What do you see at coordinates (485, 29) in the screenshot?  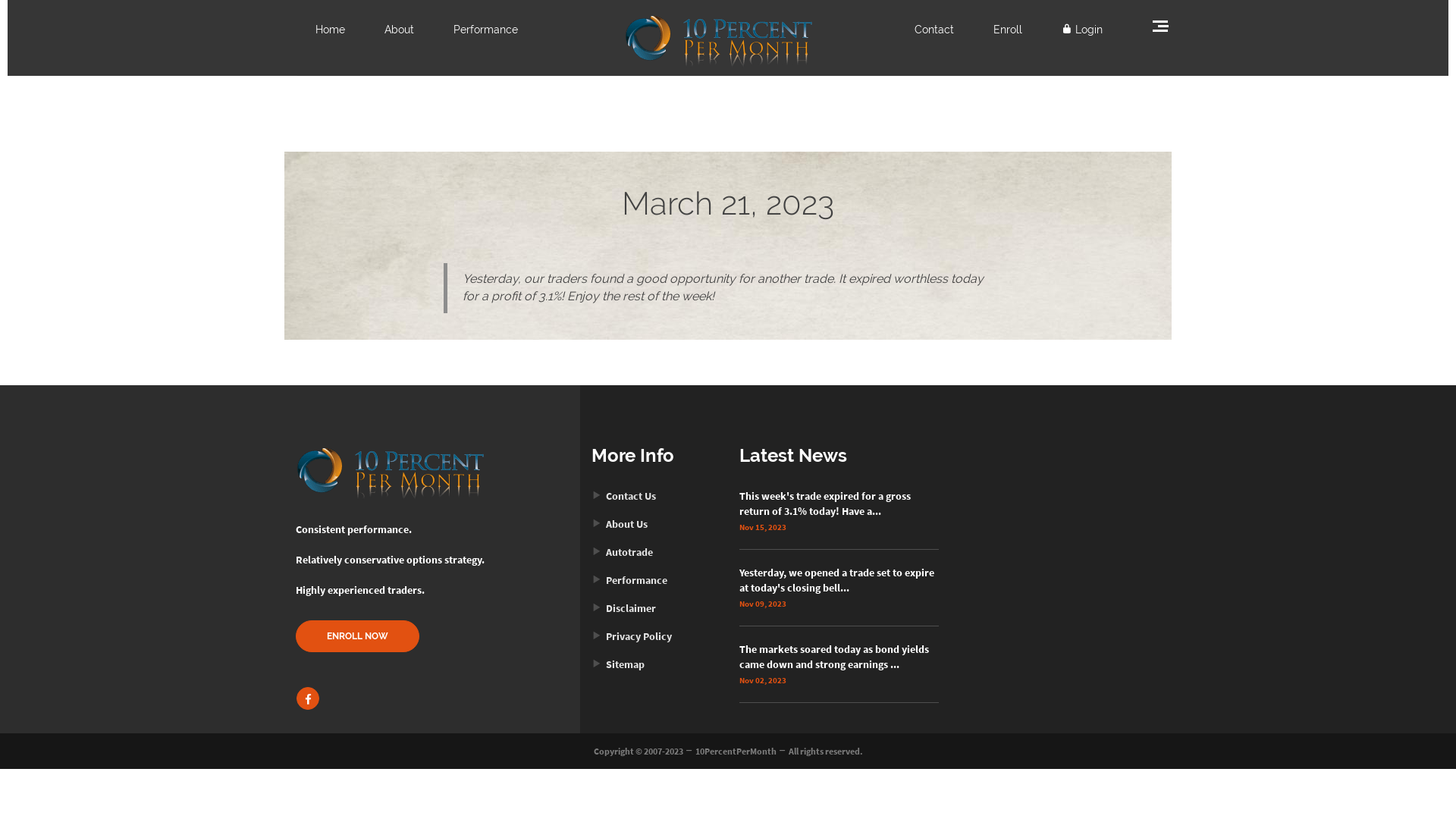 I see `'Performance'` at bounding box center [485, 29].